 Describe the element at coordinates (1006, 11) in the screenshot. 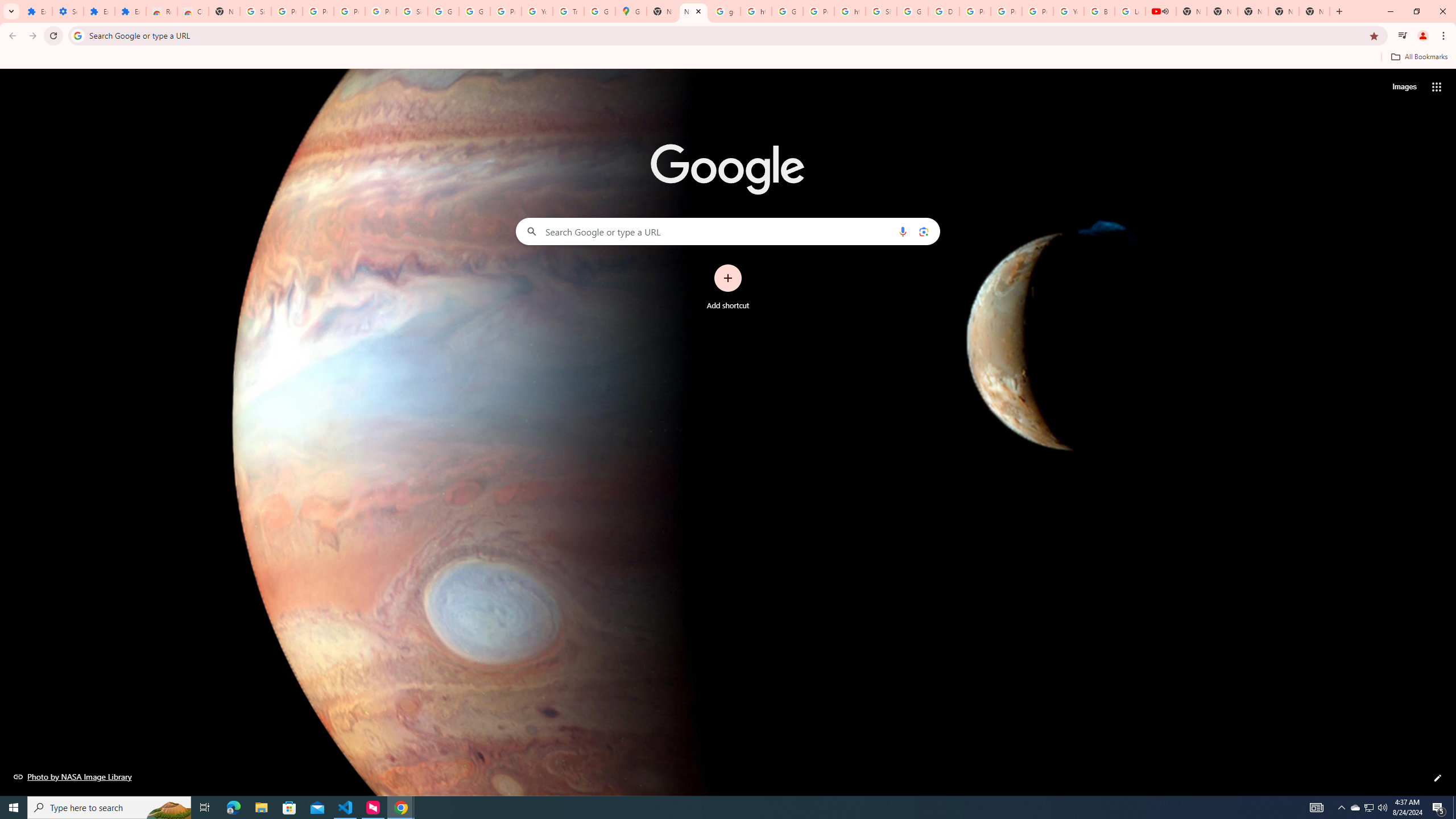

I see `'Privacy Help Center - Policies Help'` at that location.